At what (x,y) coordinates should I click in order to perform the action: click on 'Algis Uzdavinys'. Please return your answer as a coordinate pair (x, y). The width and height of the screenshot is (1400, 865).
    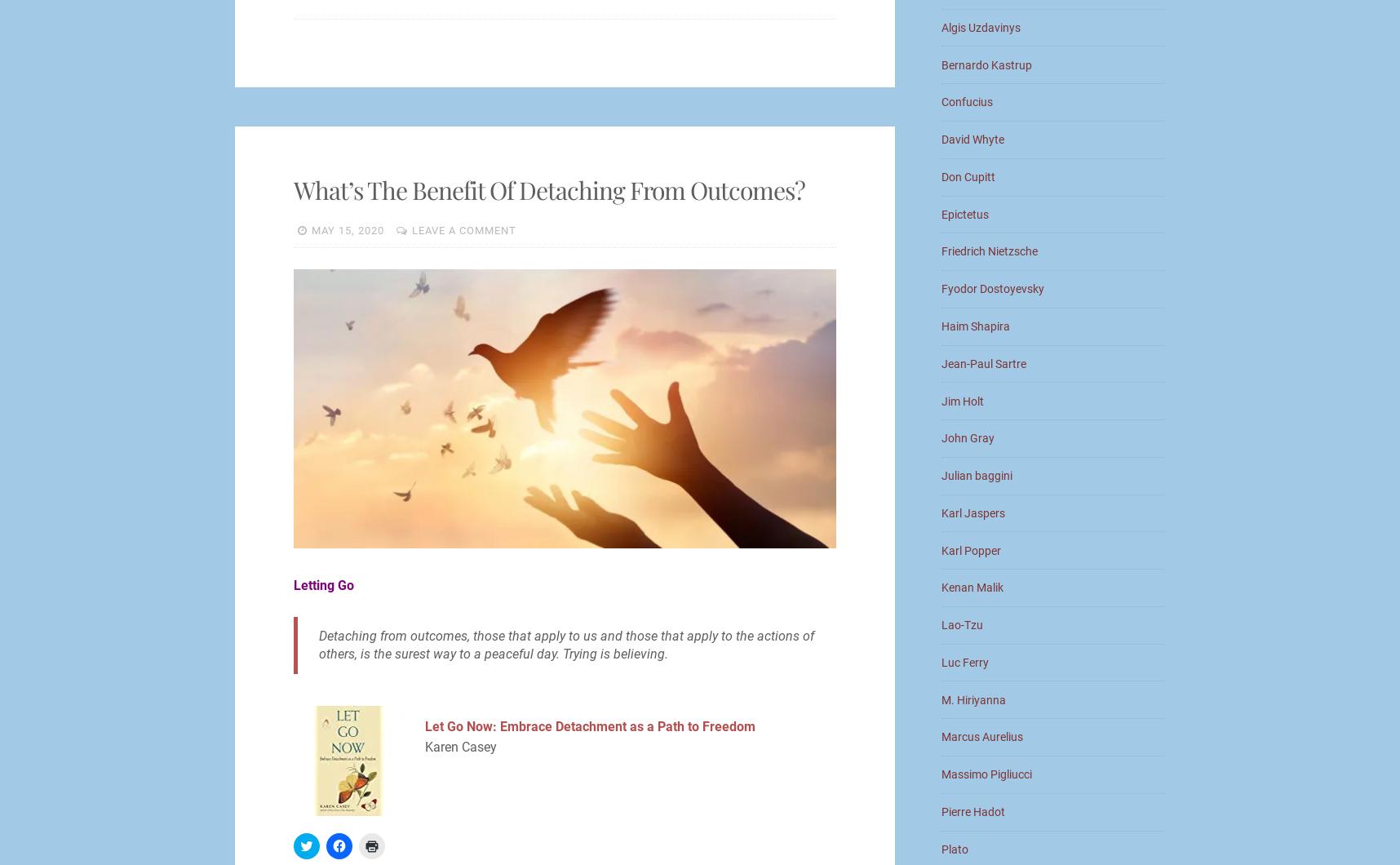
    Looking at the image, I should click on (981, 26).